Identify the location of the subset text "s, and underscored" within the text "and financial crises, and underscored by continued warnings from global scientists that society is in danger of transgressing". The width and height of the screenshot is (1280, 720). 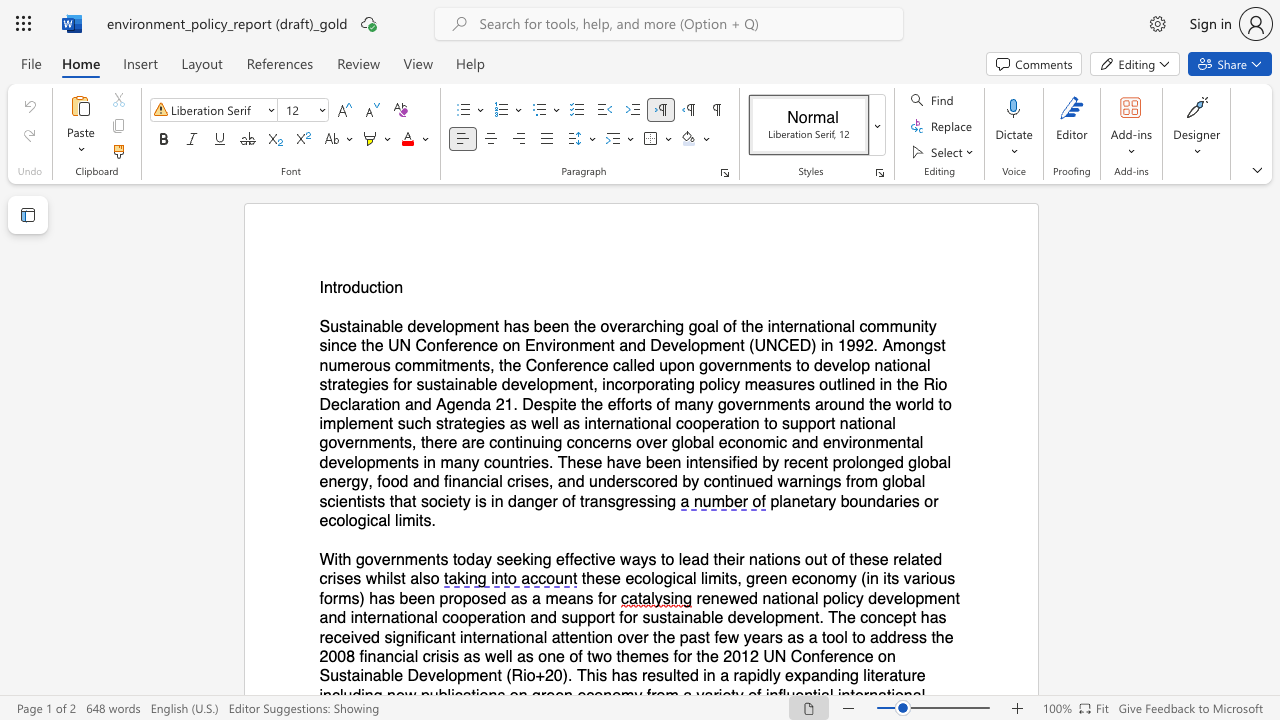
(540, 482).